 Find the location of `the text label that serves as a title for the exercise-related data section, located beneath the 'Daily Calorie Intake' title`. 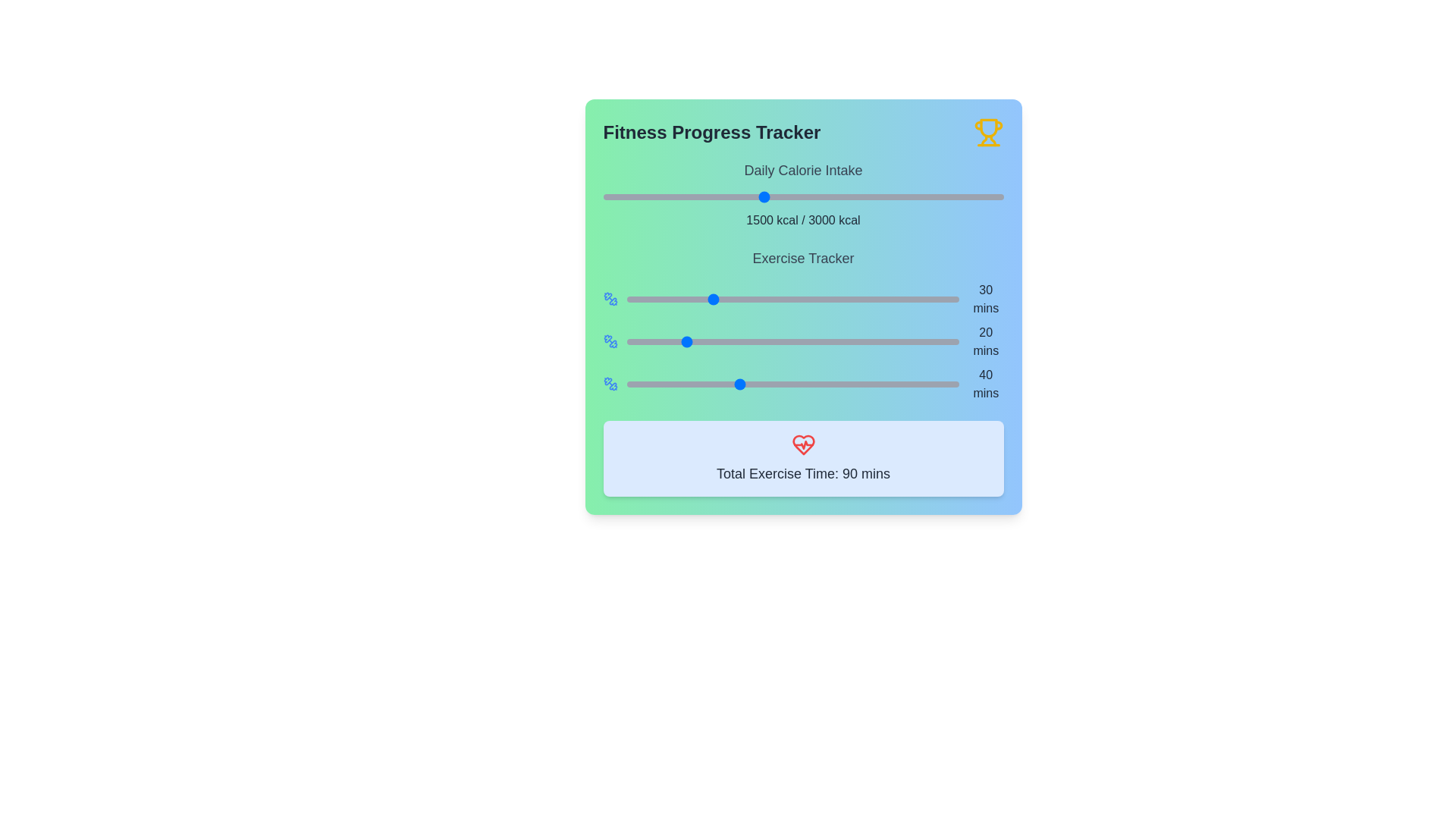

the text label that serves as a title for the exercise-related data section, located beneath the 'Daily Calorie Intake' title is located at coordinates (802, 257).